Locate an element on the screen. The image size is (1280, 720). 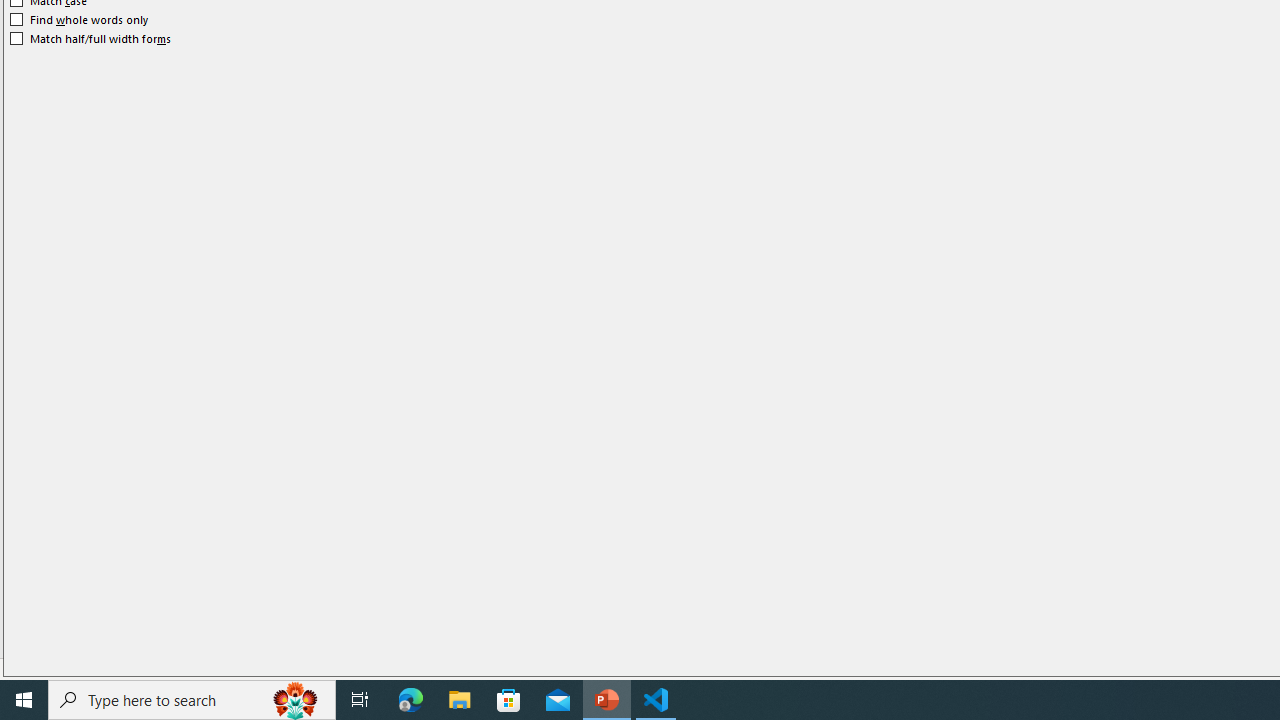
'Match half/full width forms' is located at coordinates (90, 38).